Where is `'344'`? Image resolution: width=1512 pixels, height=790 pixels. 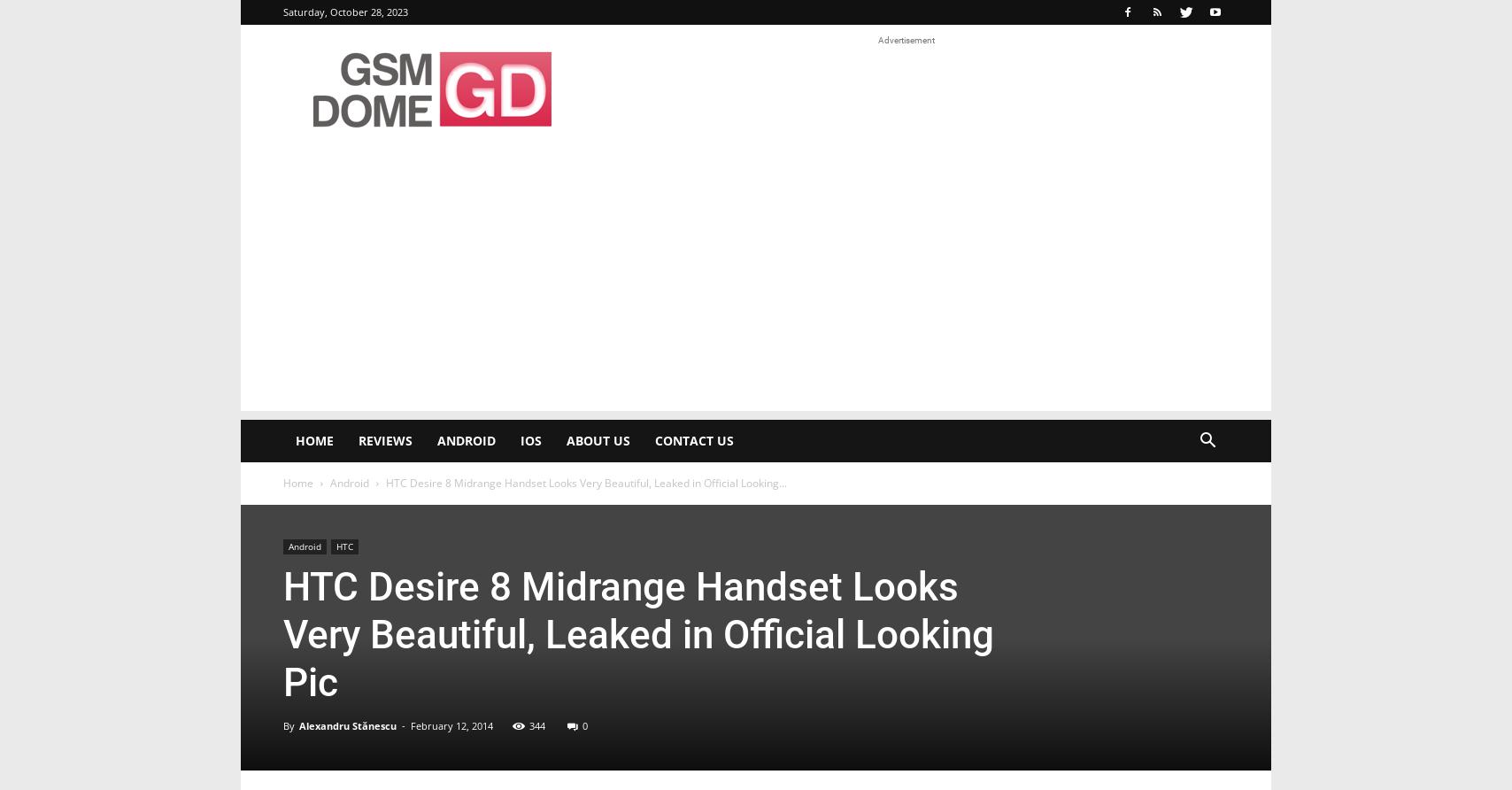
'344' is located at coordinates (537, 724).